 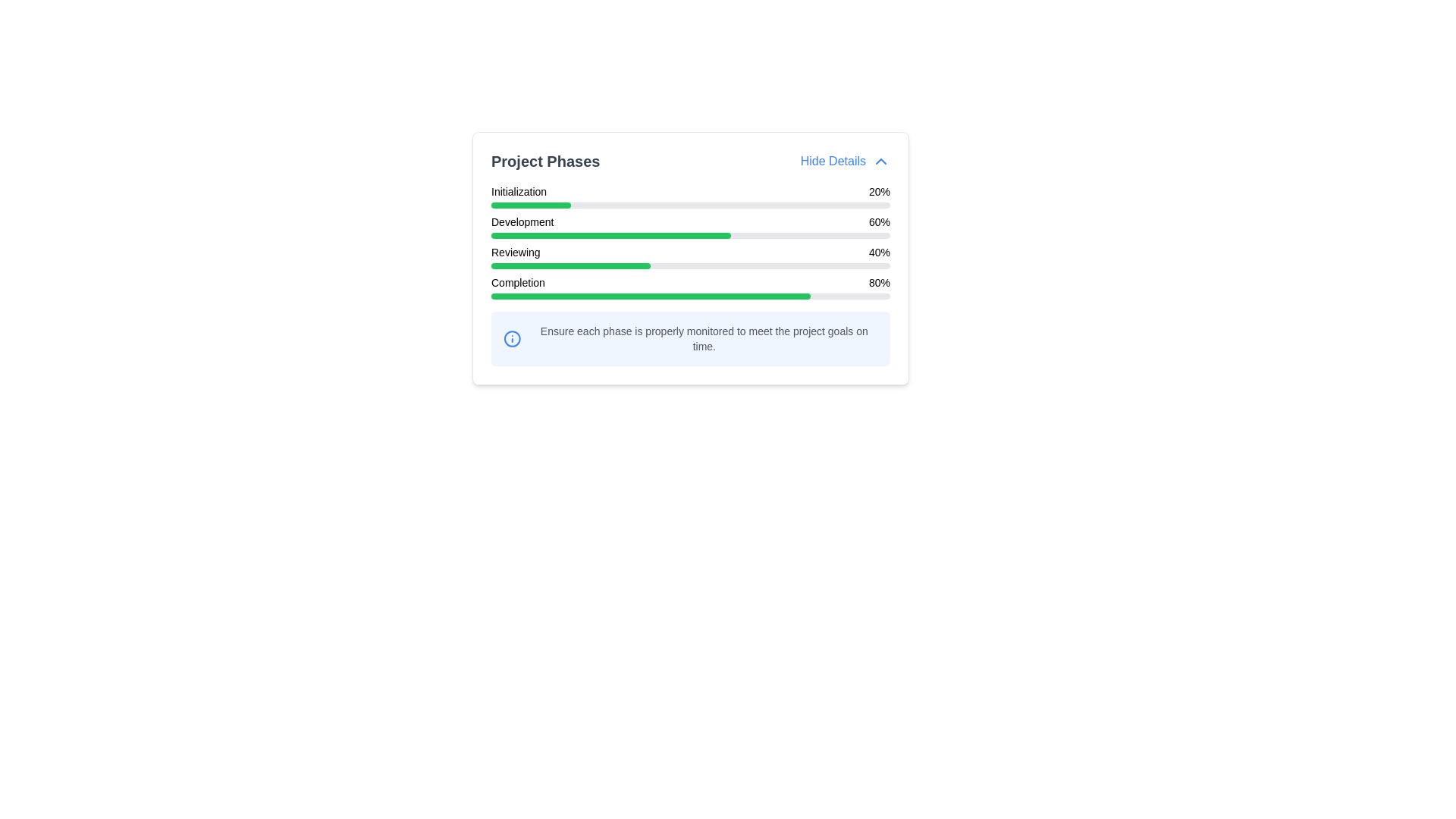 I want to click on the percentage indicator text label showing '80%' to associate it with the corresponding progress bar for 'Completion', so click(x=880, y=283).